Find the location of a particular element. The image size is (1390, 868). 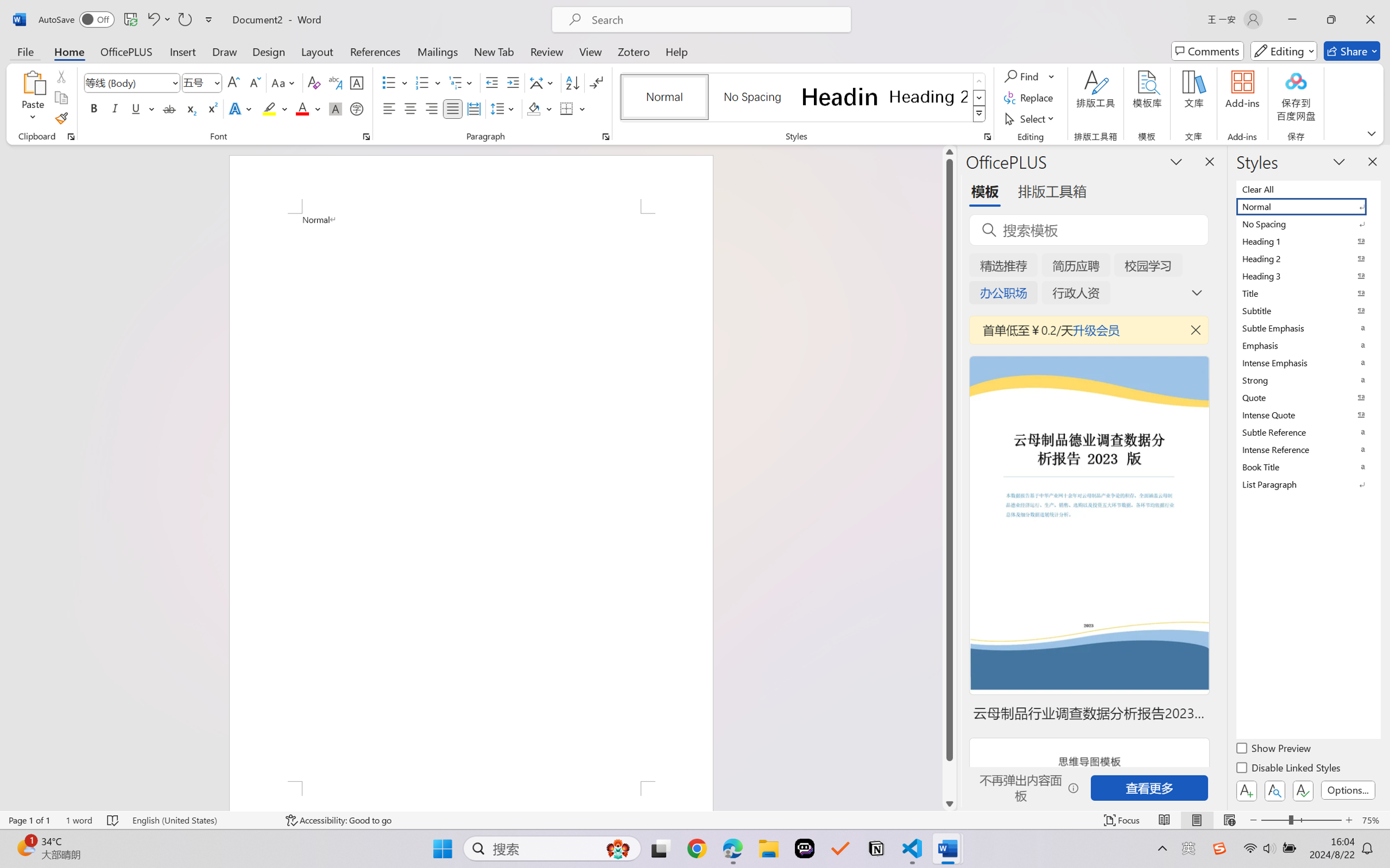

'Show Preview' is located at coordinates (1274, 749).